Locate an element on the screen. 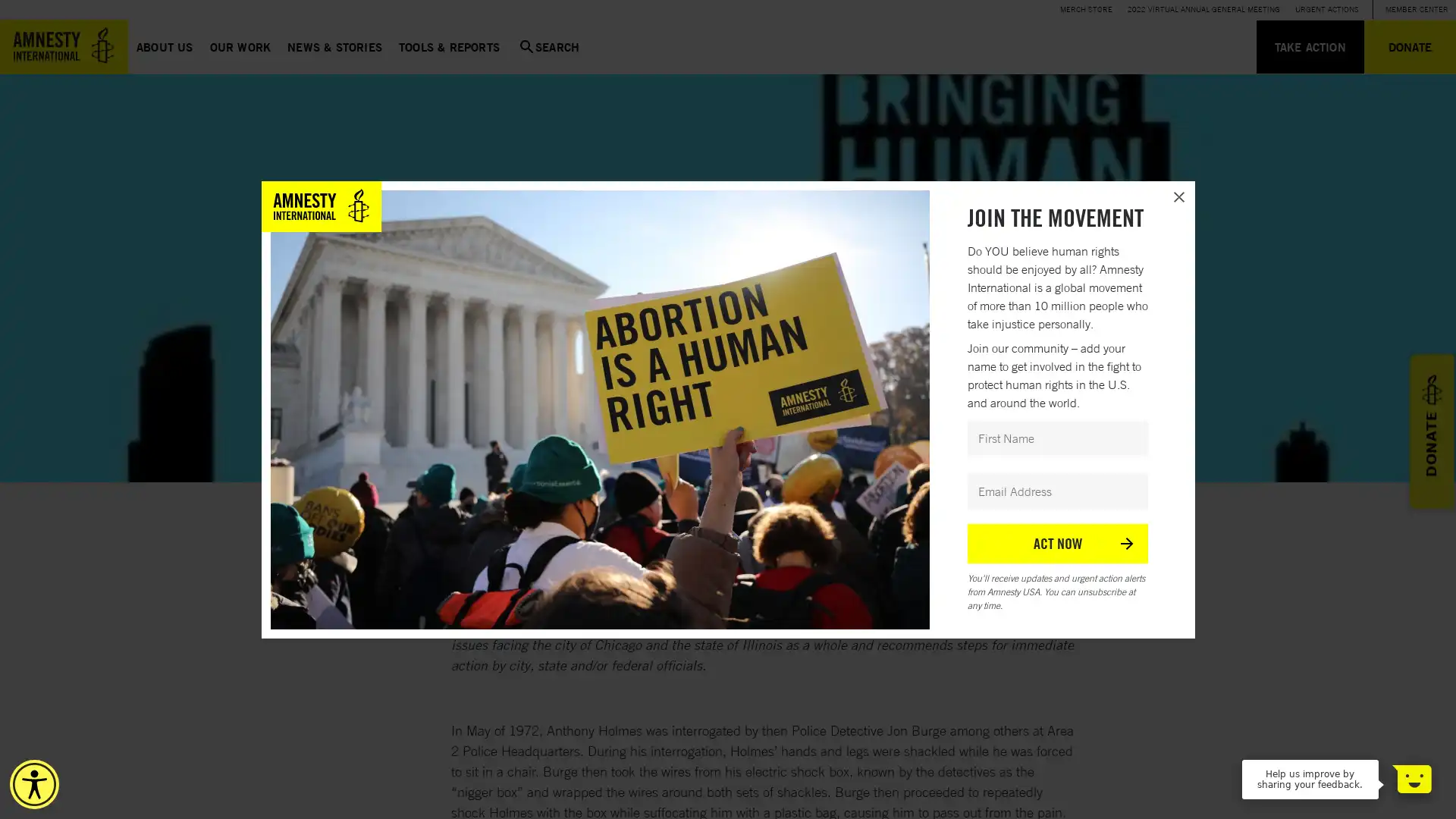  Accessibility Menu is located at coordinates (34, 784).